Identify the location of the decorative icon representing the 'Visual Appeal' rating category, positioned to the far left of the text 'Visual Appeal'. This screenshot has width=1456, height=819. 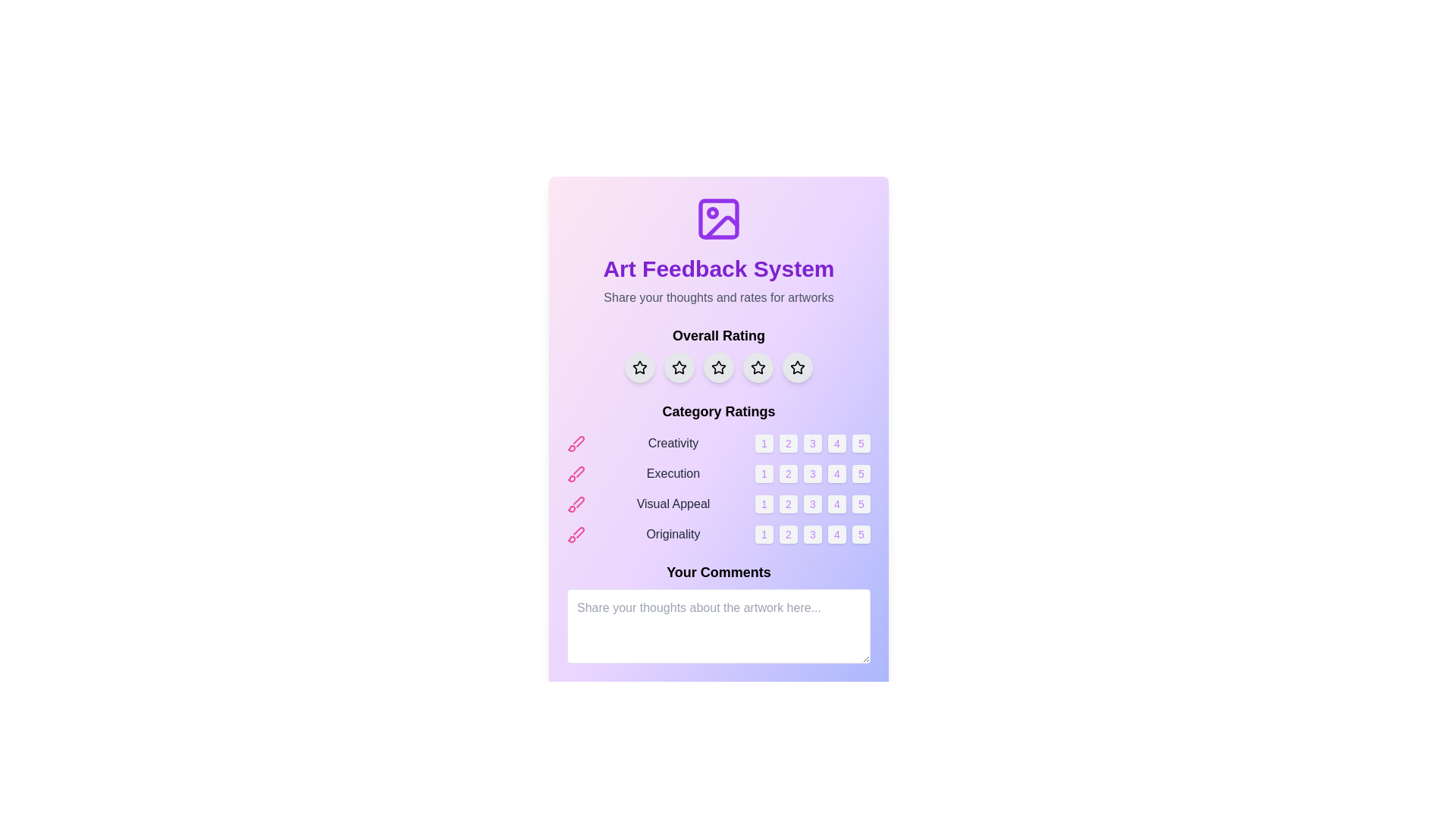
(575, 504).